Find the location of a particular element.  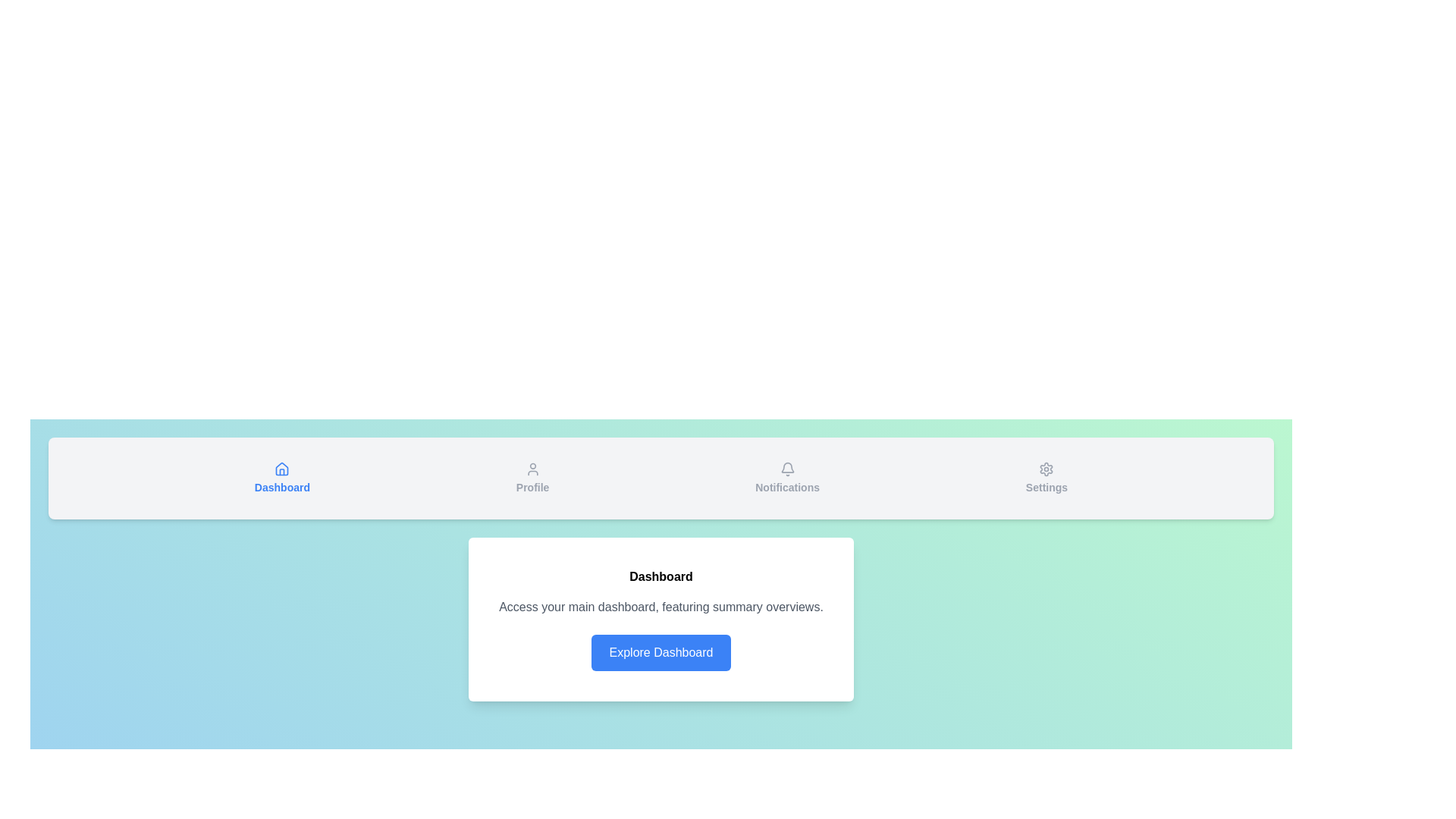

the tab labeled Settings to view its content is located at coordinates (1046, 479).